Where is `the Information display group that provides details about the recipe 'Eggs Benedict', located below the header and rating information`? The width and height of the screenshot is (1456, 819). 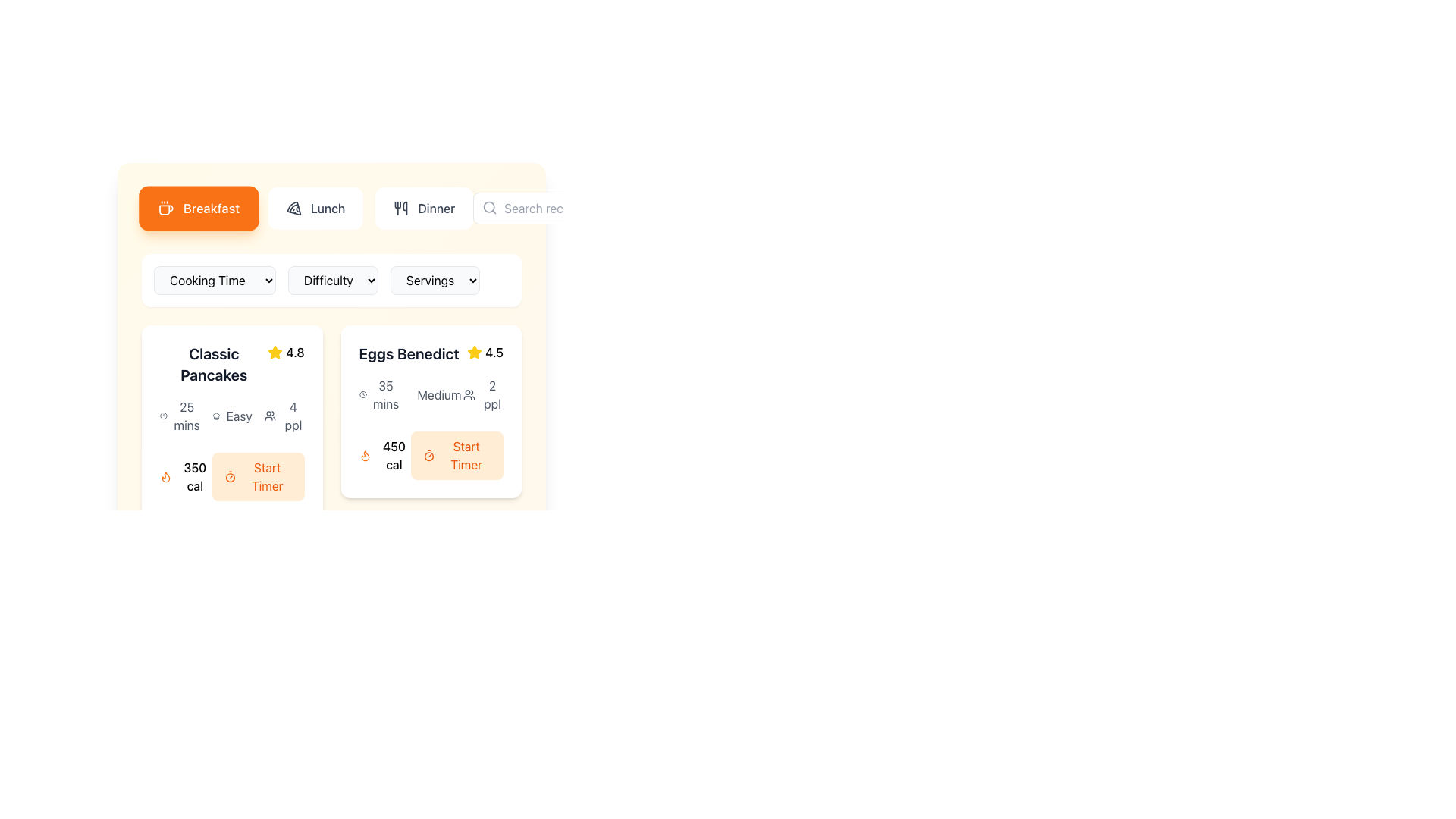 the Information display group that provides details about the recipe 'Eggs Benedict', located below the header and rating information is located at coordinates (430, 394).